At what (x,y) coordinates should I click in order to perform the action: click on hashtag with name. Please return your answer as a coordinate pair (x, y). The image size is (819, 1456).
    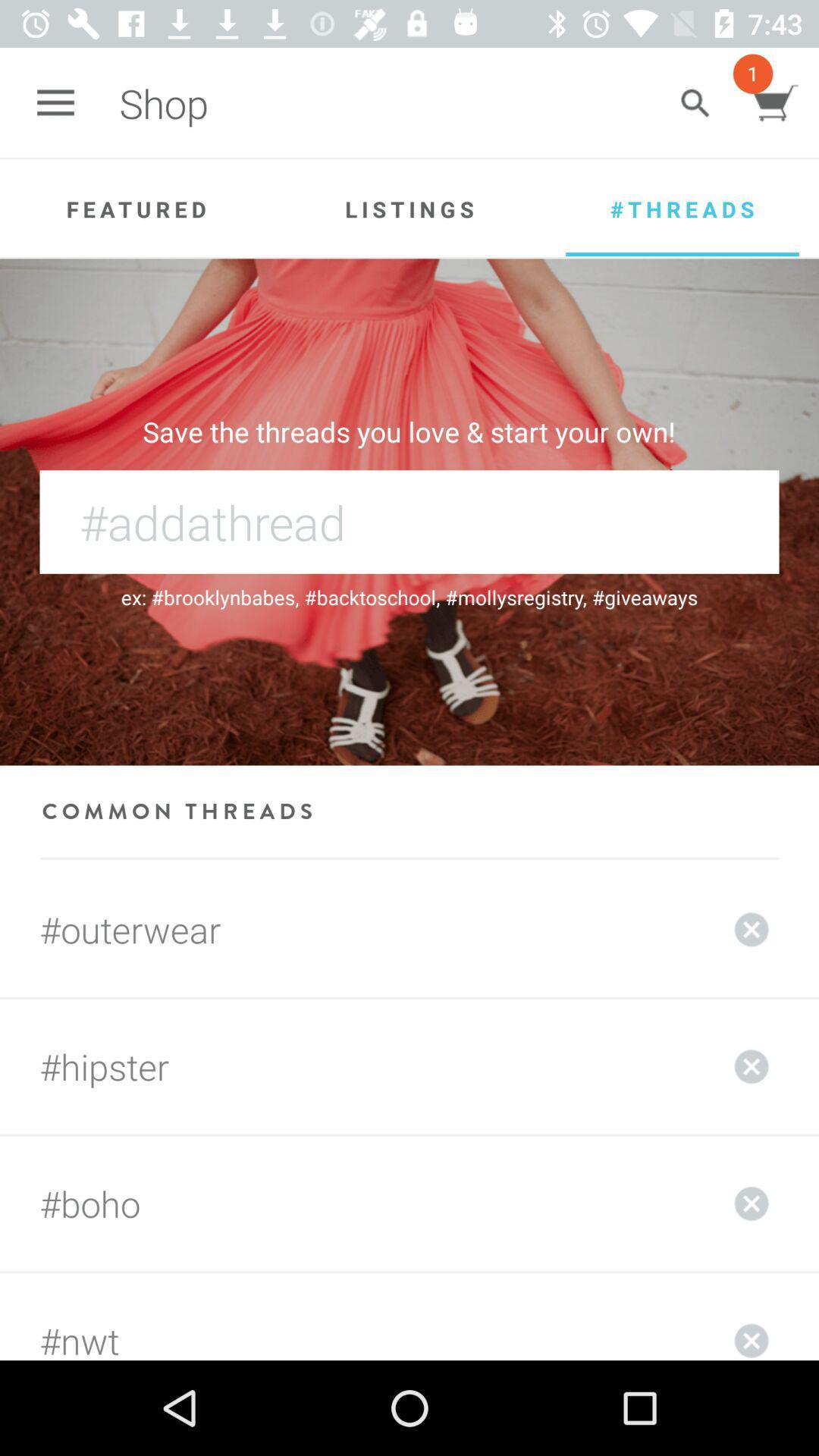
    Looking at the image, I should click on (409, 522).